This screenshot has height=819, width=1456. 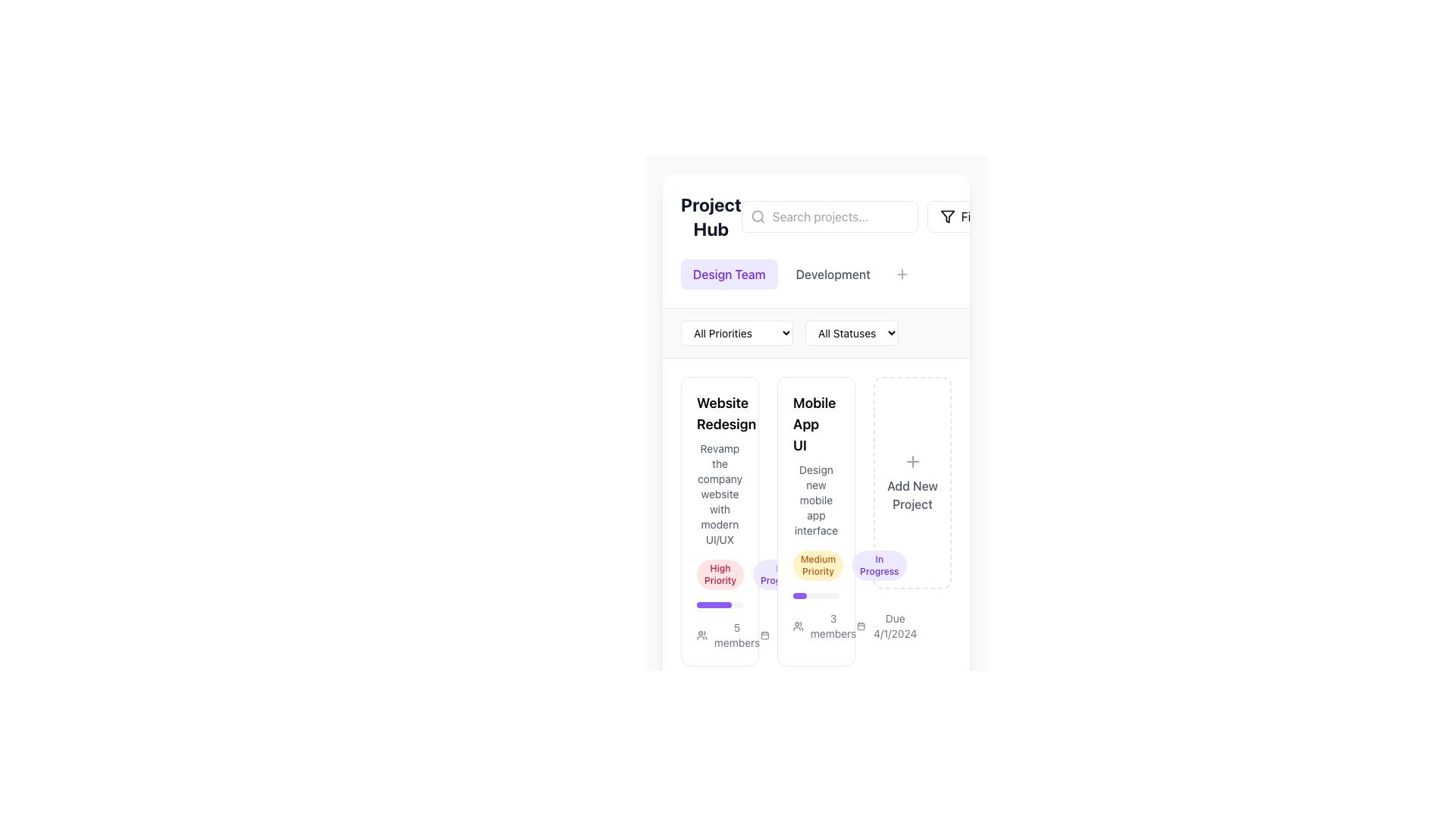 What do you see at coordinates (736, 332) in the screenshot?
I see `the 'All Priorities' dropdown menu` at bounding box center [736, 332].